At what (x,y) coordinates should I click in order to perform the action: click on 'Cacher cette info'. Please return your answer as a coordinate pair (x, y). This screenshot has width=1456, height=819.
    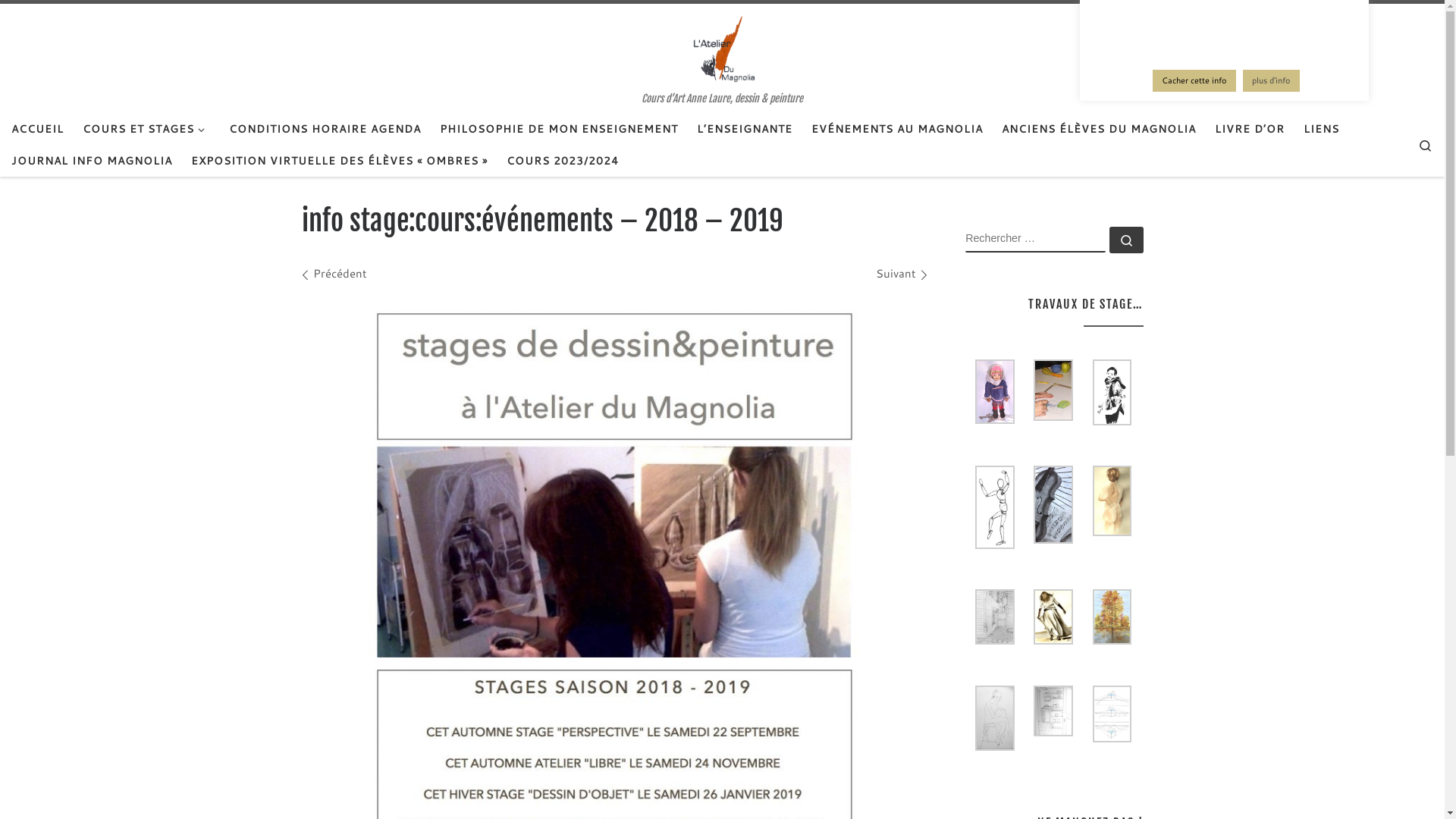
    Looking at the image, I should click on (1193, 80).